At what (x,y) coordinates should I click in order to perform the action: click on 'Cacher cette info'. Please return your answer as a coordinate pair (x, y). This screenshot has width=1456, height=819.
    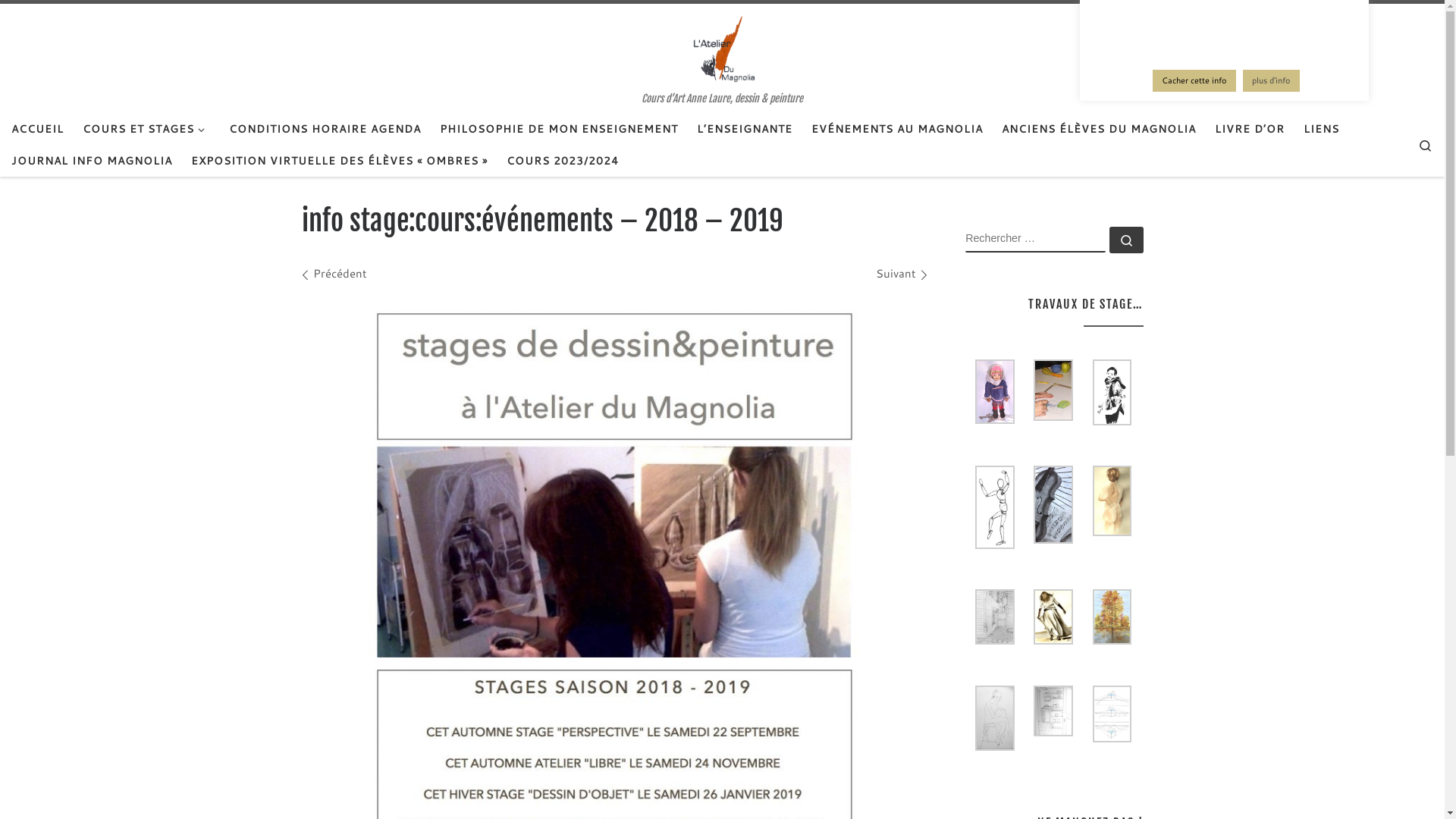
    Looking at the image, I should click on (1193, 80).